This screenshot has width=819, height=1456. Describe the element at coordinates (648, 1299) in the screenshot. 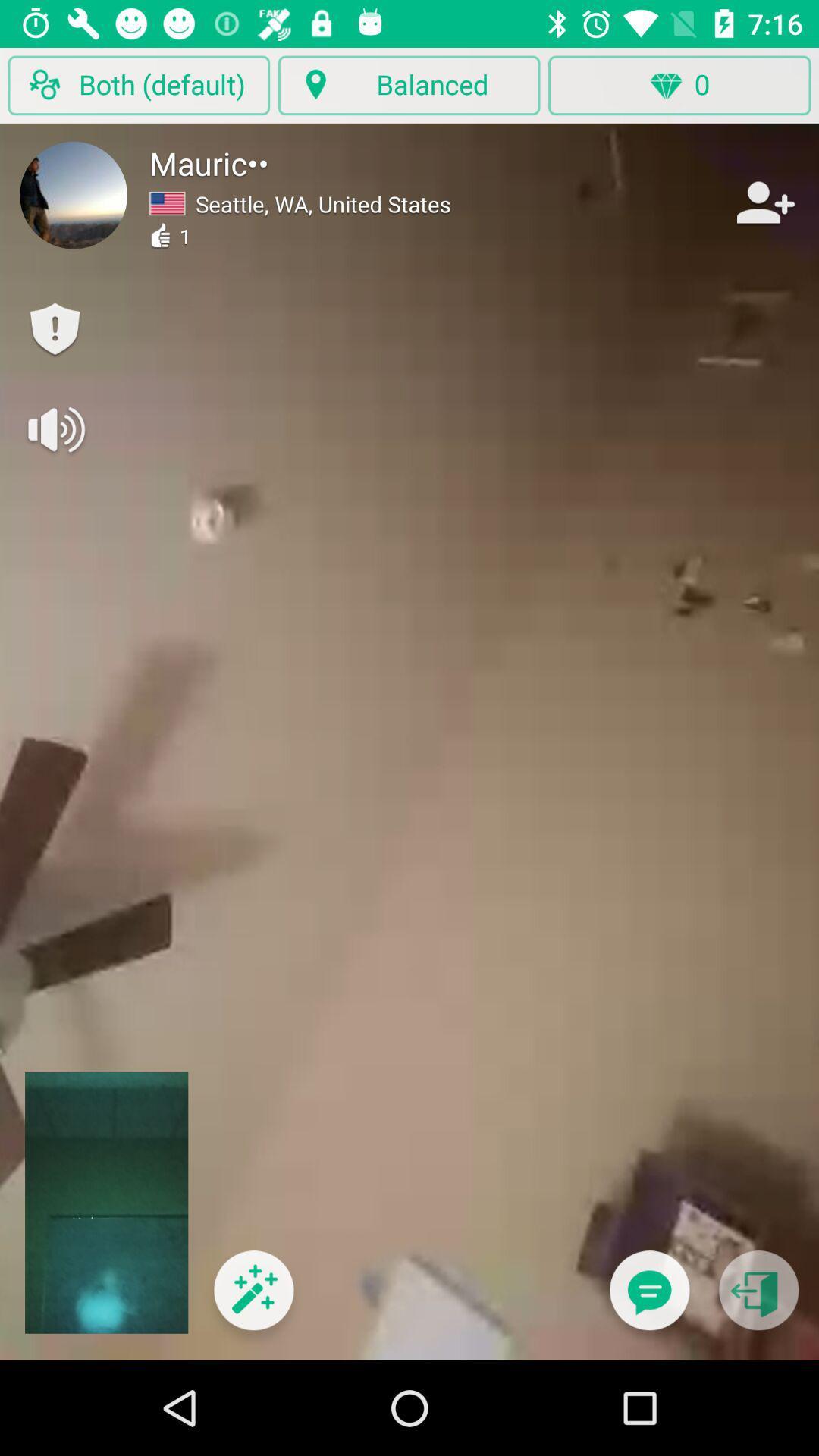

I see `the item below 0` at that location.